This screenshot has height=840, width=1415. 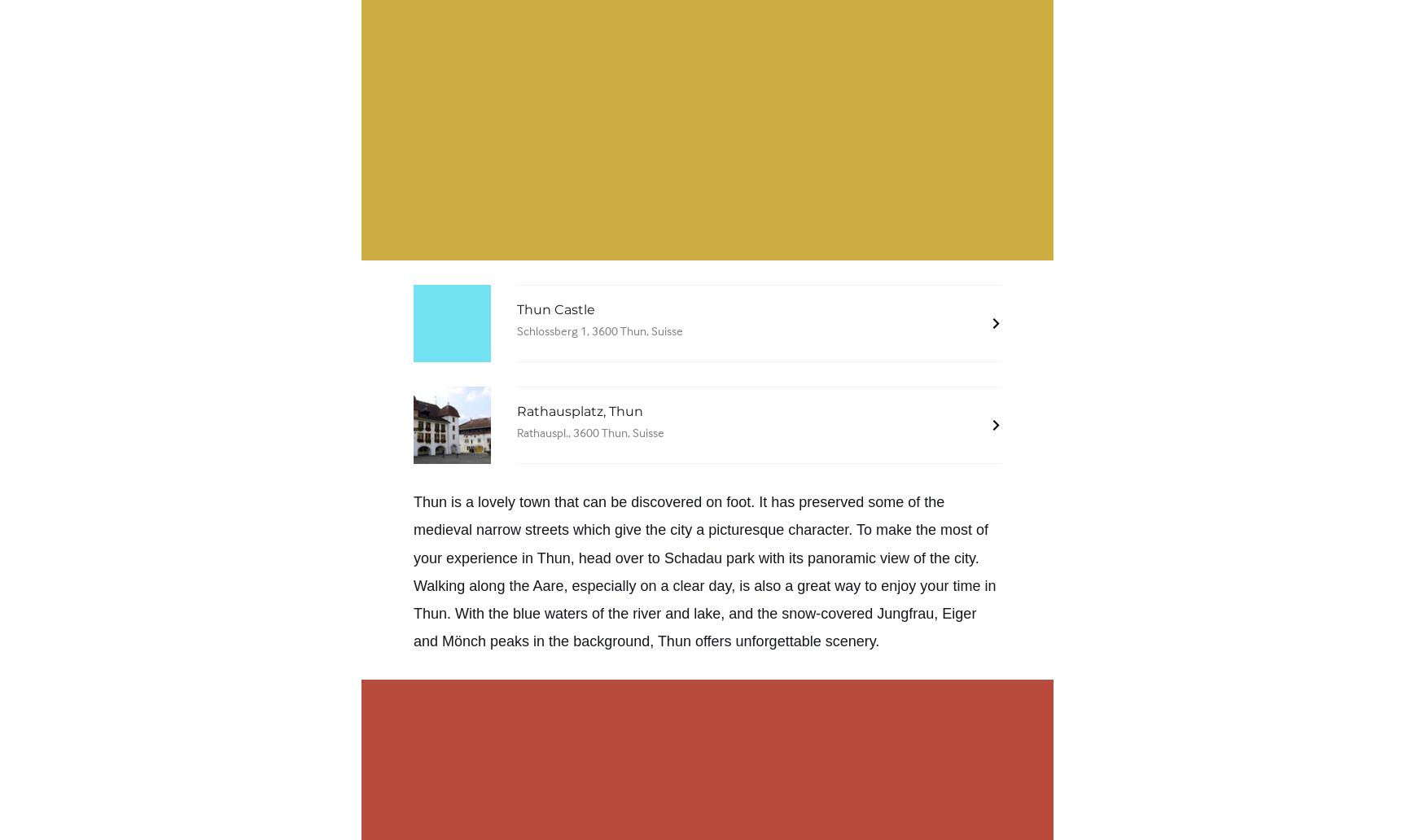 What do you see at coordinates (592, 502) in the screenshot?
I see `'Thun is a lovely town that can be discovered on foot. It'` at bounding box center [592, 502].